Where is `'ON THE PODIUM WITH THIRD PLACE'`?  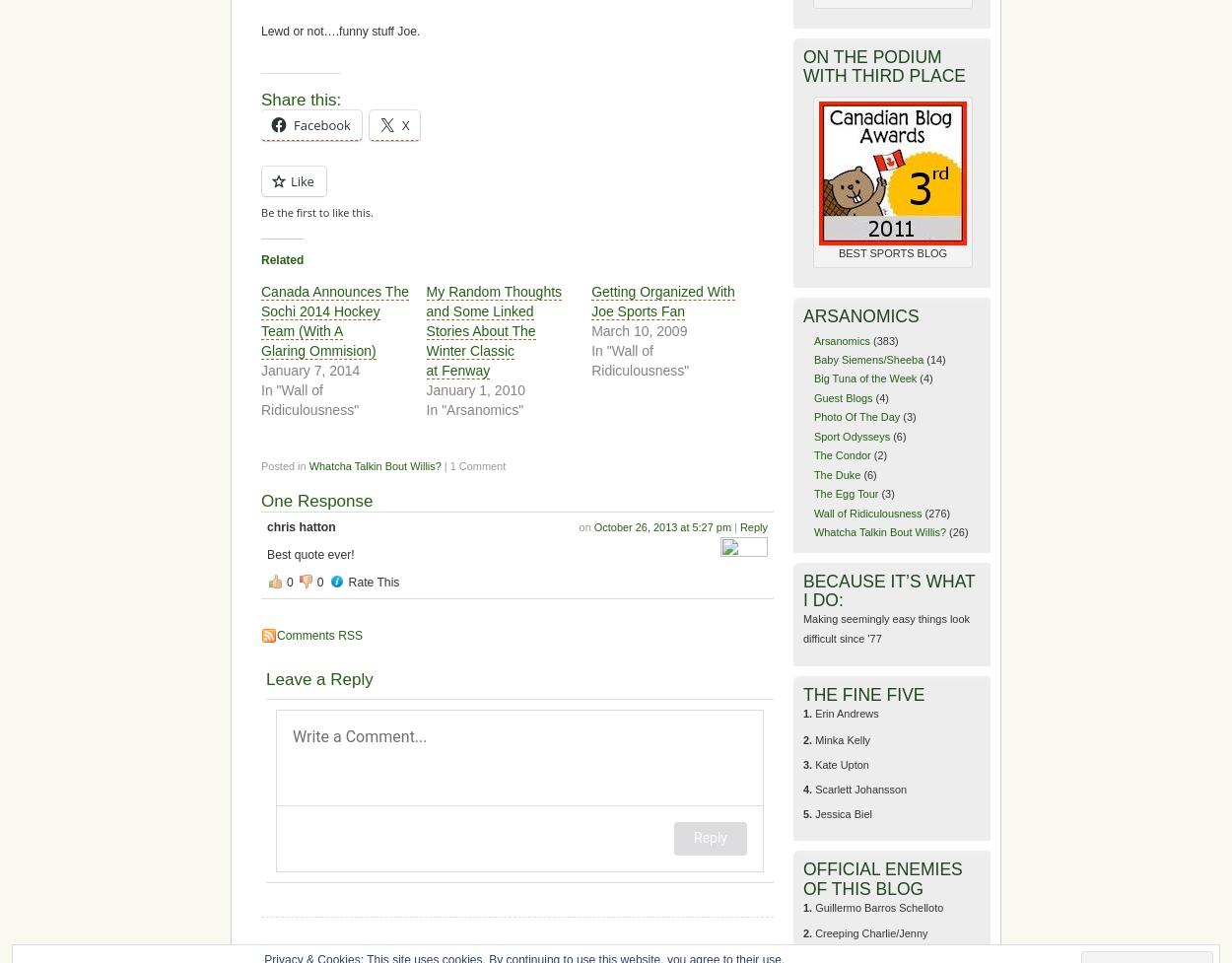 'ON THE PODIUM WITH THIRD PLACE' is located at coordinates (884, 66).